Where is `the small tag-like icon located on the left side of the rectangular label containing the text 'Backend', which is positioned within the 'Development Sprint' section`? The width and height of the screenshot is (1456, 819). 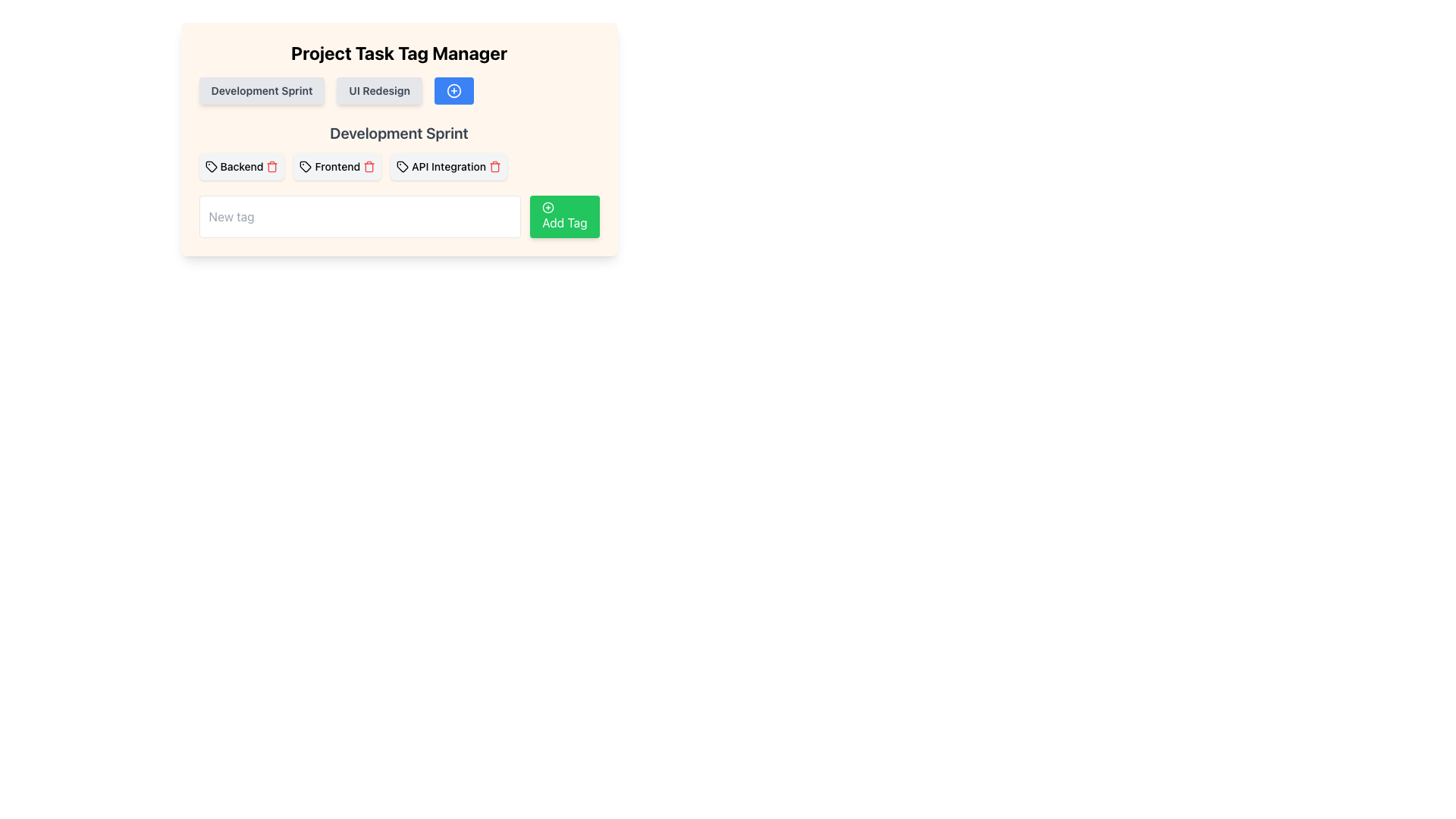
the small tag-like icon located on the left side of the rectangular label containing the text 'Backend', which is positioned within the 'Development Sprint' section is located at coordinates (210, 166).